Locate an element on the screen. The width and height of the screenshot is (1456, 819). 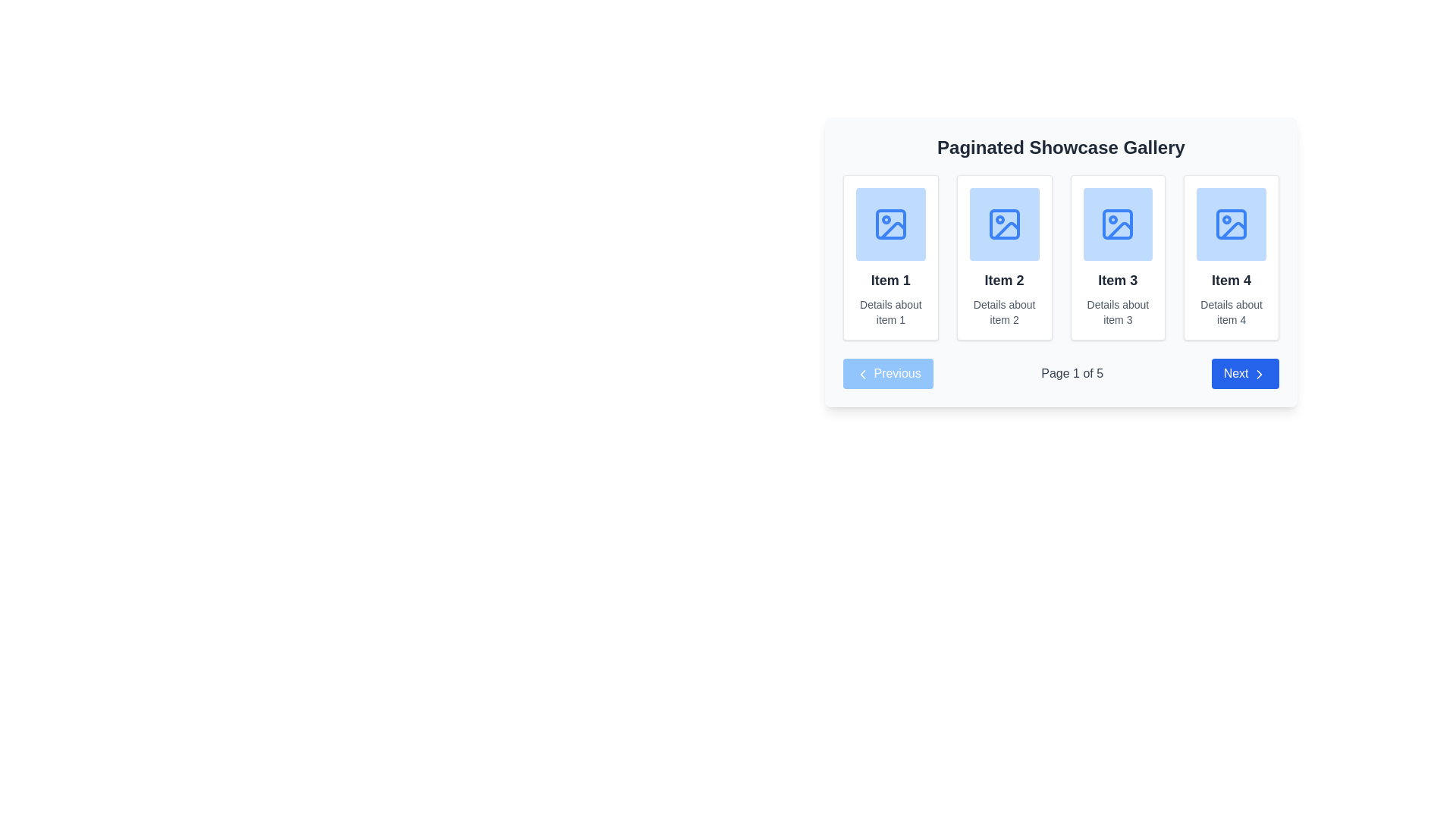
the 'Next' button located on the right side of the navigation bar, which facilitates navigation to the subsequent page of the paginated gallery is located at coordinates (1245, 374).